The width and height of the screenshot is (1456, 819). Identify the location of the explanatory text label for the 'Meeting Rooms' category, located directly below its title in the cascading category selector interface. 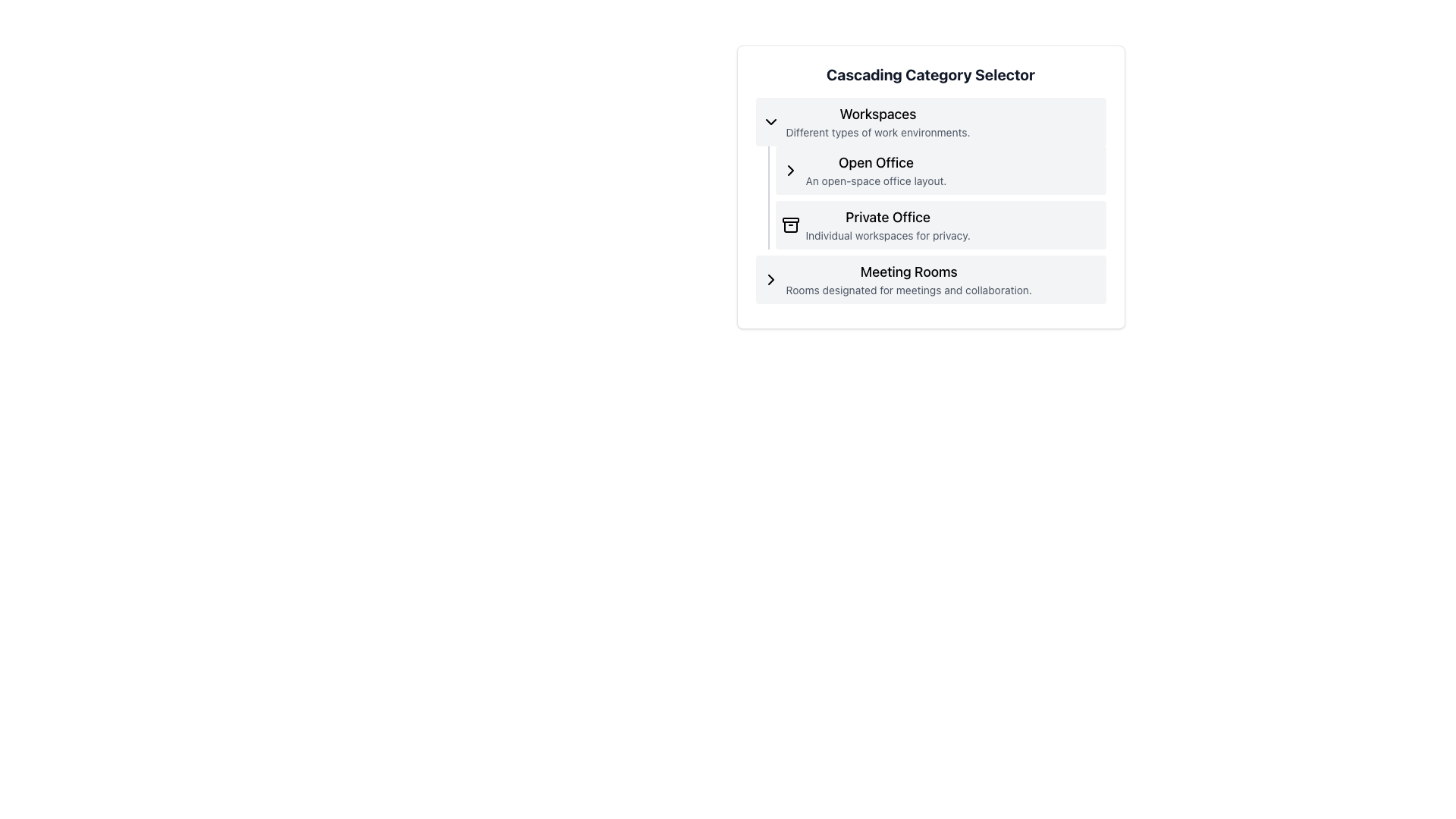
(908, 290).